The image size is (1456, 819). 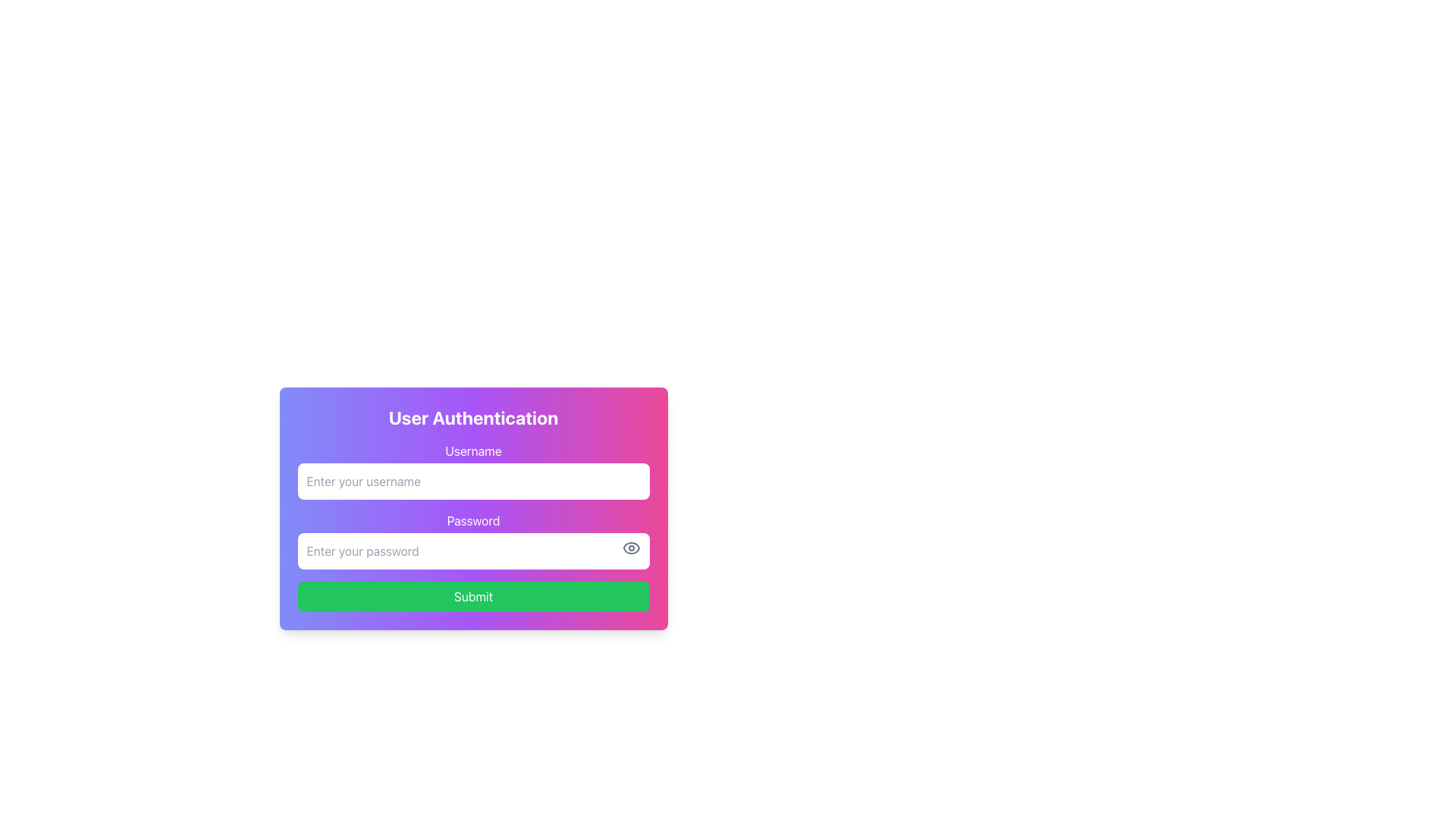 What do you see at coordinates (631, 548) in the screenshot?
I see `the small eye-shaped gray icon located at the far right inside the password entry area` at bounding box center [631, 548].